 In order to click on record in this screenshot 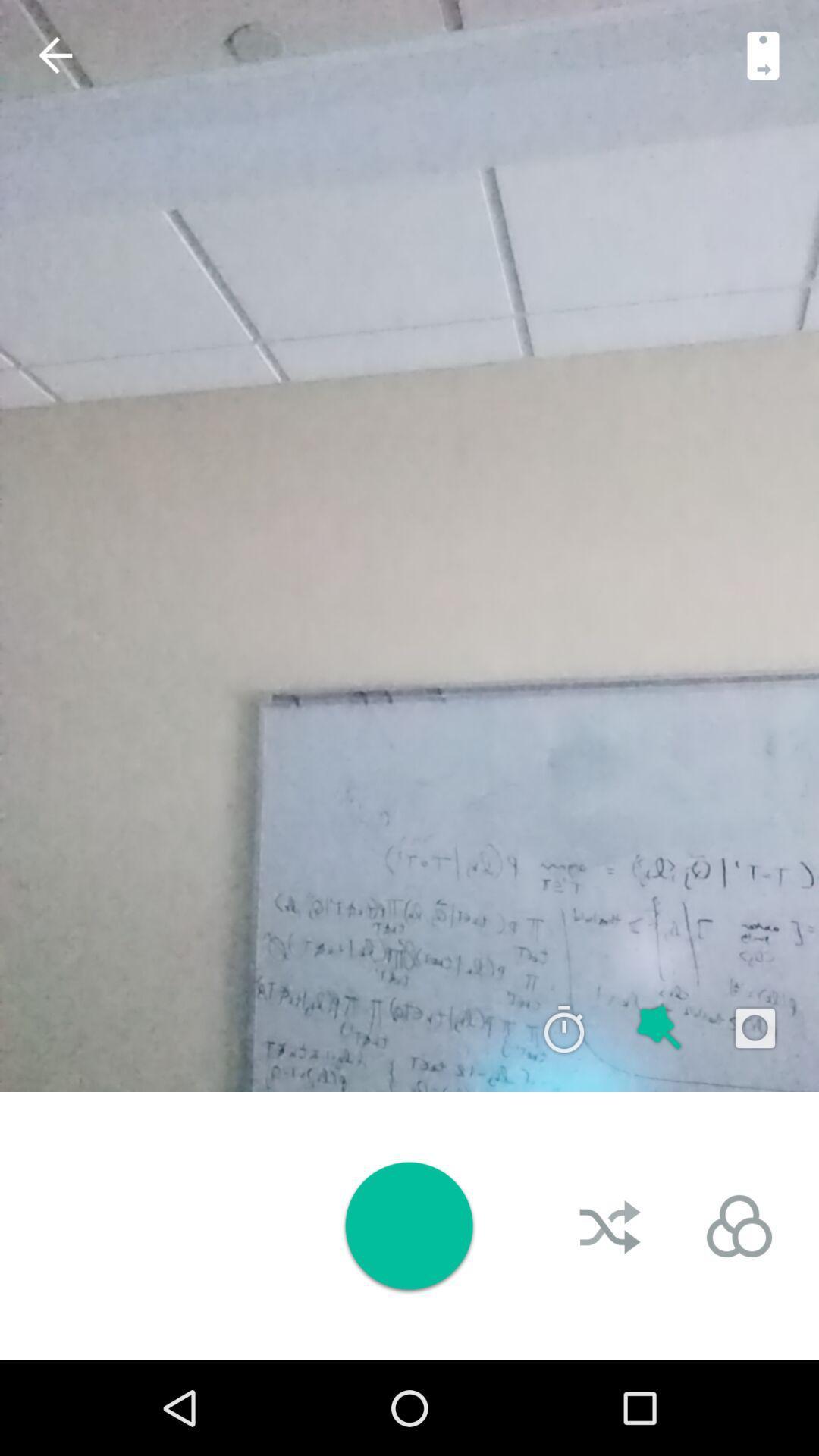, I will do `click(408, 1225)`.